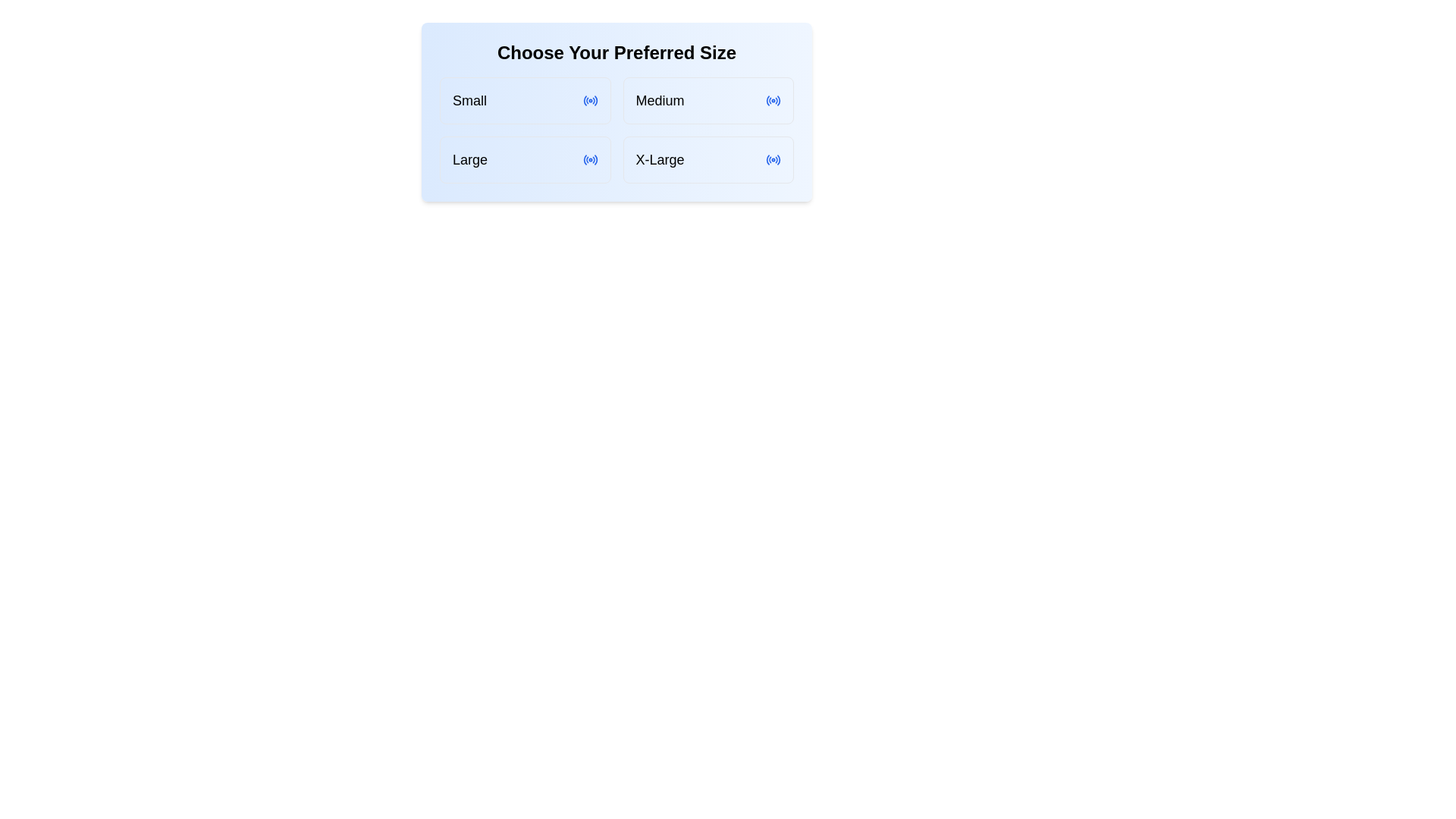 The image size is (1456, 819). I want to click on the center of the circular blue icon resembling a radio wave symbol with a small central dot, located in the 'Small' selection box in the top-left corner of the size selection UI, so click(589, 100).